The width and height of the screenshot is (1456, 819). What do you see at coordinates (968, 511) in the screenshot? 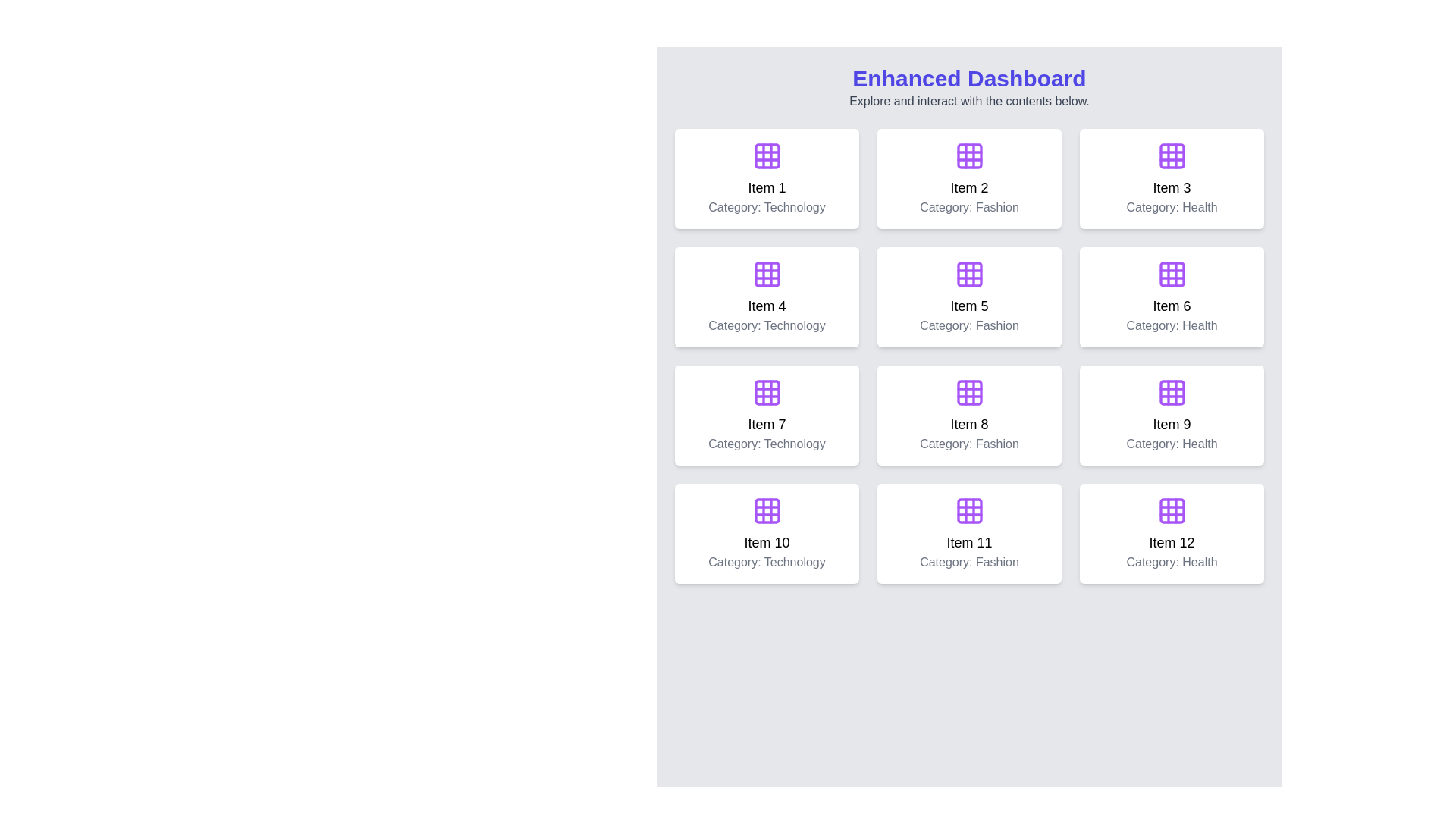
I see `the decorative icon representing the content of the card labeled 'Item 11', located at the top center of the second-to-last row in the 4x3 grid layout` at bounding box center [968, 511].